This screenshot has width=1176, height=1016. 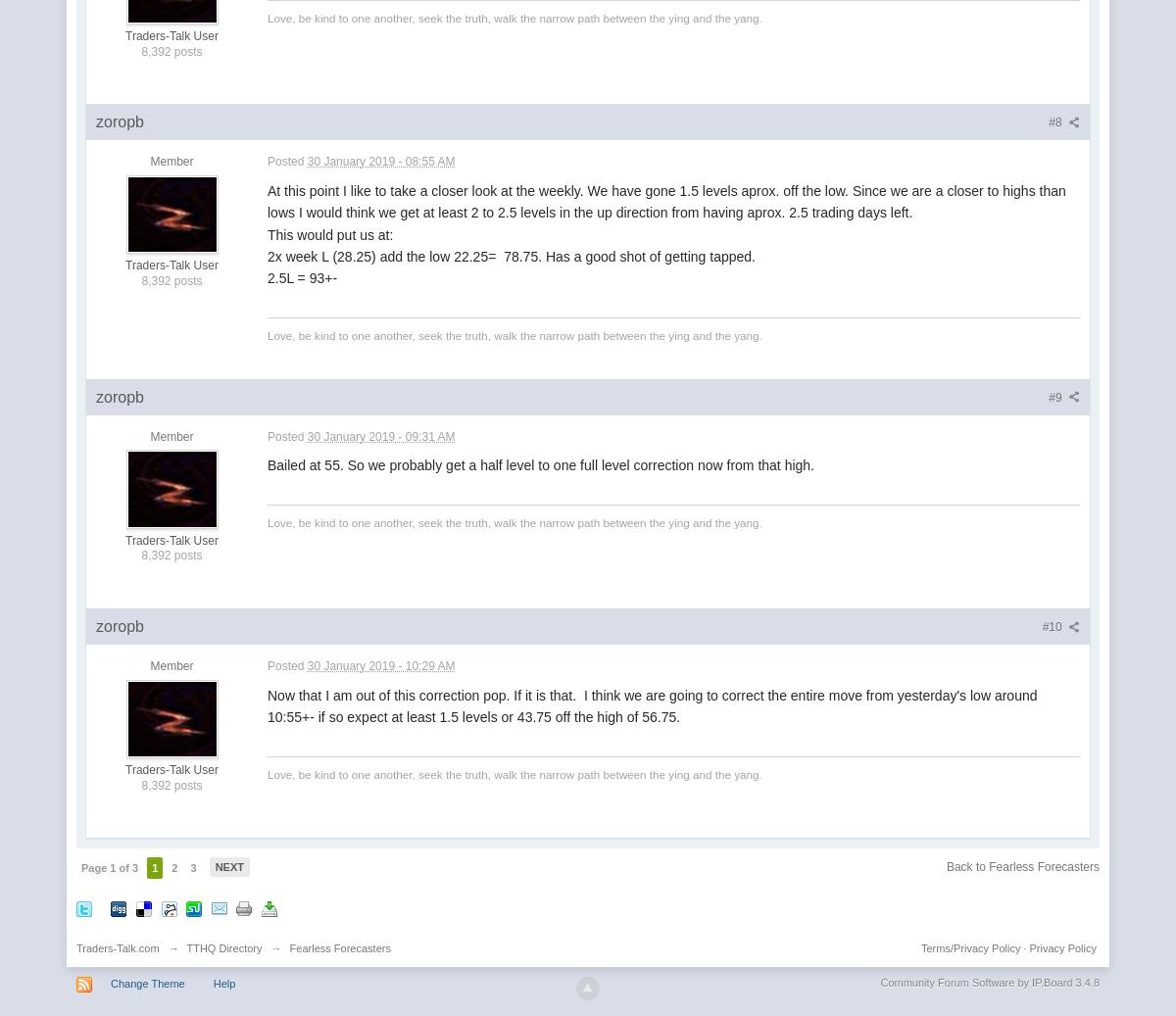 What do you see at coordinates (227, 866) in the screenshot?
I see `'Next'` at bounding box center [227, 866].